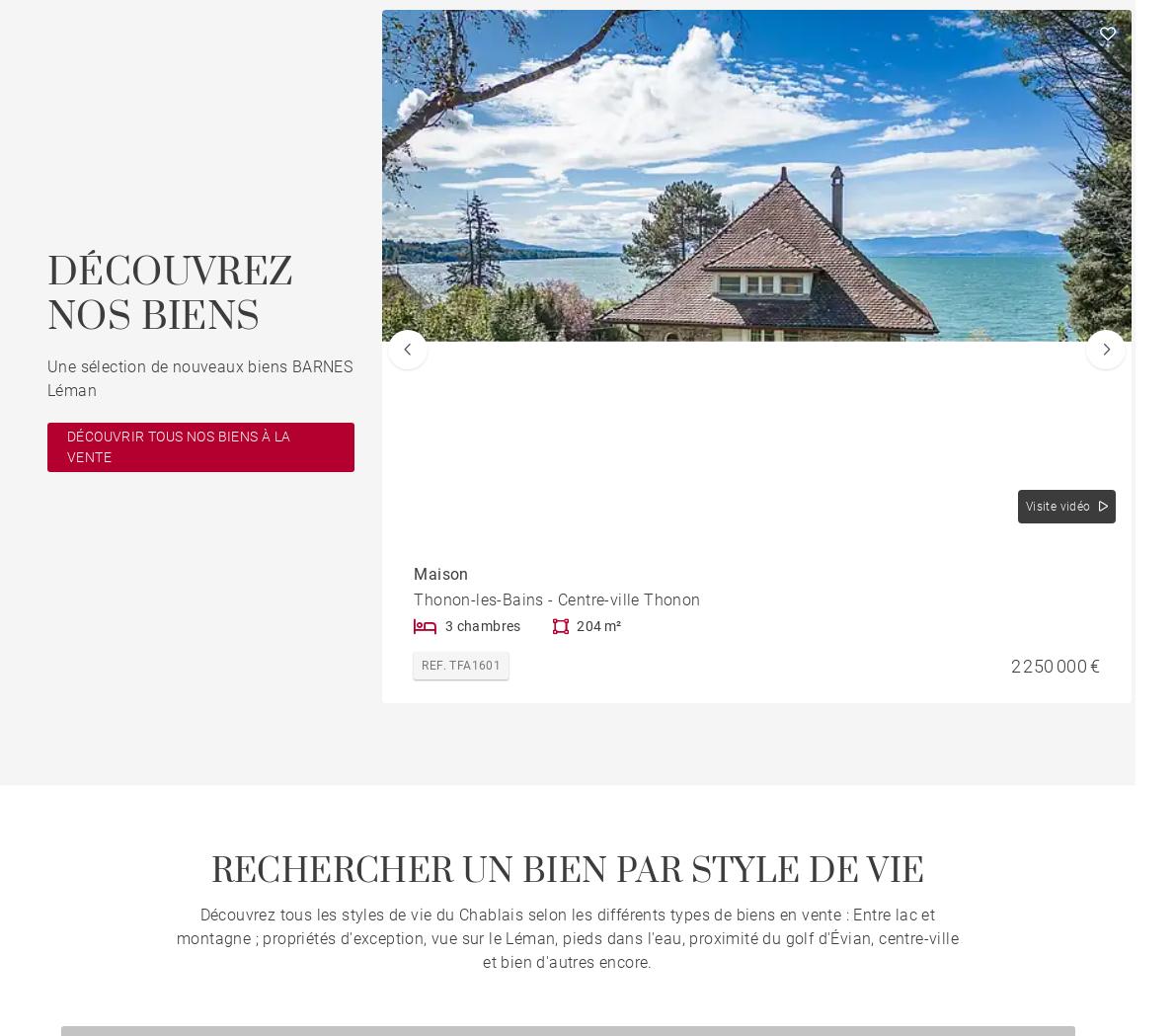  What do you see at coordinates (459, 664) in the screenshot?
I see `'REF. TFA1601'` at bounding box center [459, 664].